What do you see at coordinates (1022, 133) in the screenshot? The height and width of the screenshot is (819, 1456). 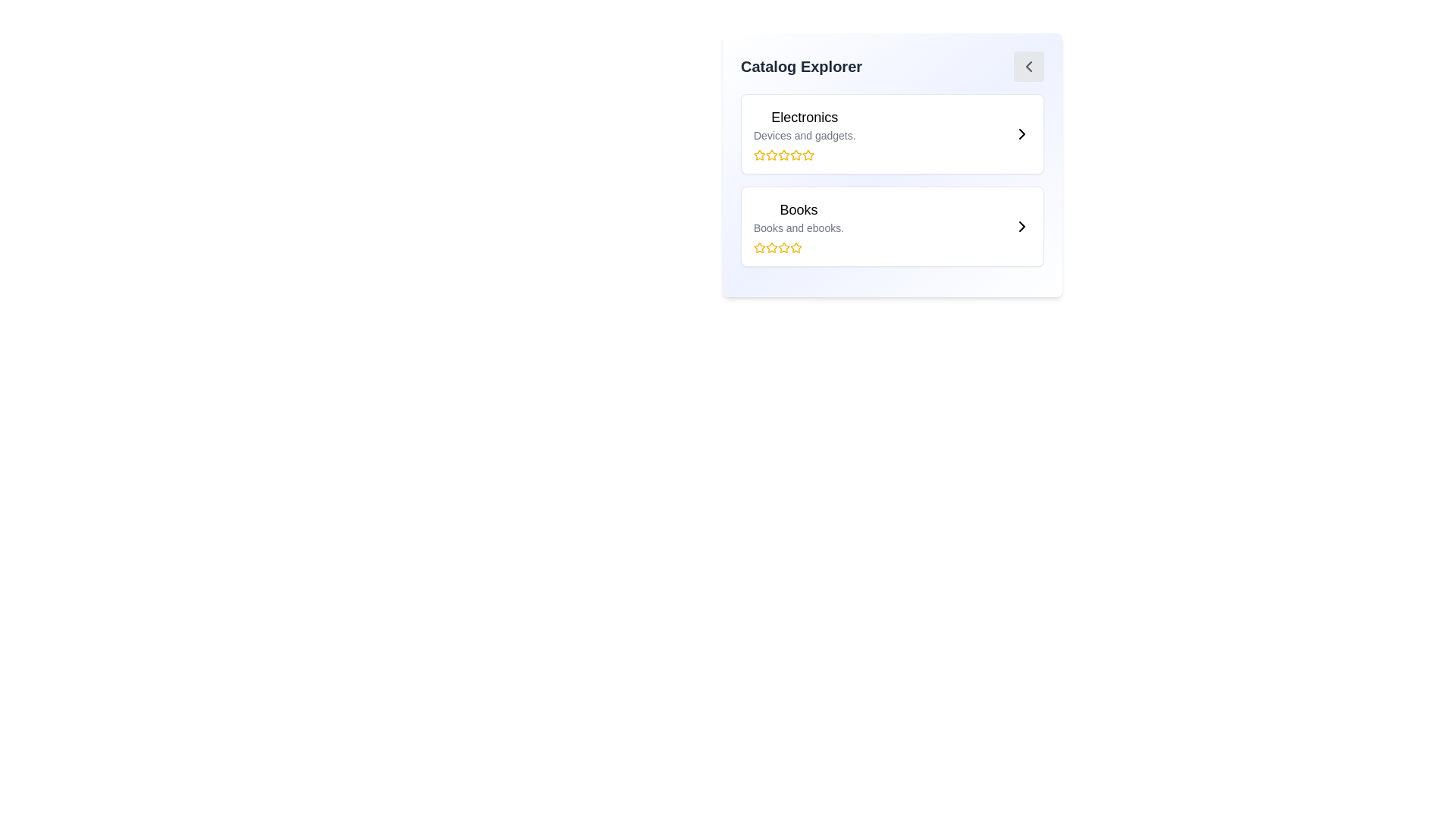 I see `the clickable icon indicating the 'Electronics' category, which is aligned vertically with the 'Electronics' title` at bounding box center [1022, 133].